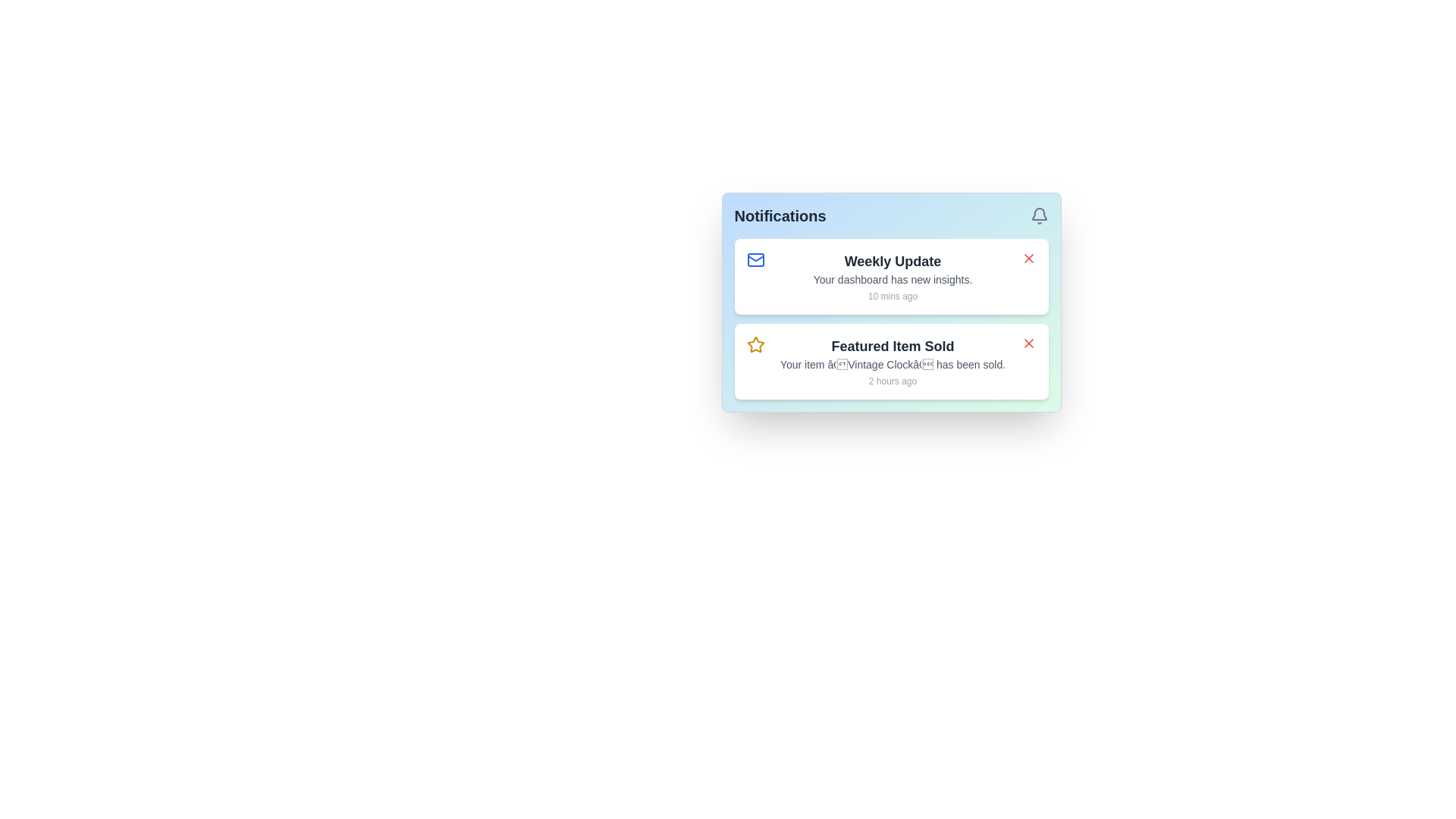  Describe the element at coordinates (1028, 257) in the screenshot. I see `the close button located in the top-right corner of the 'Weekly Update' notification card` at that location.